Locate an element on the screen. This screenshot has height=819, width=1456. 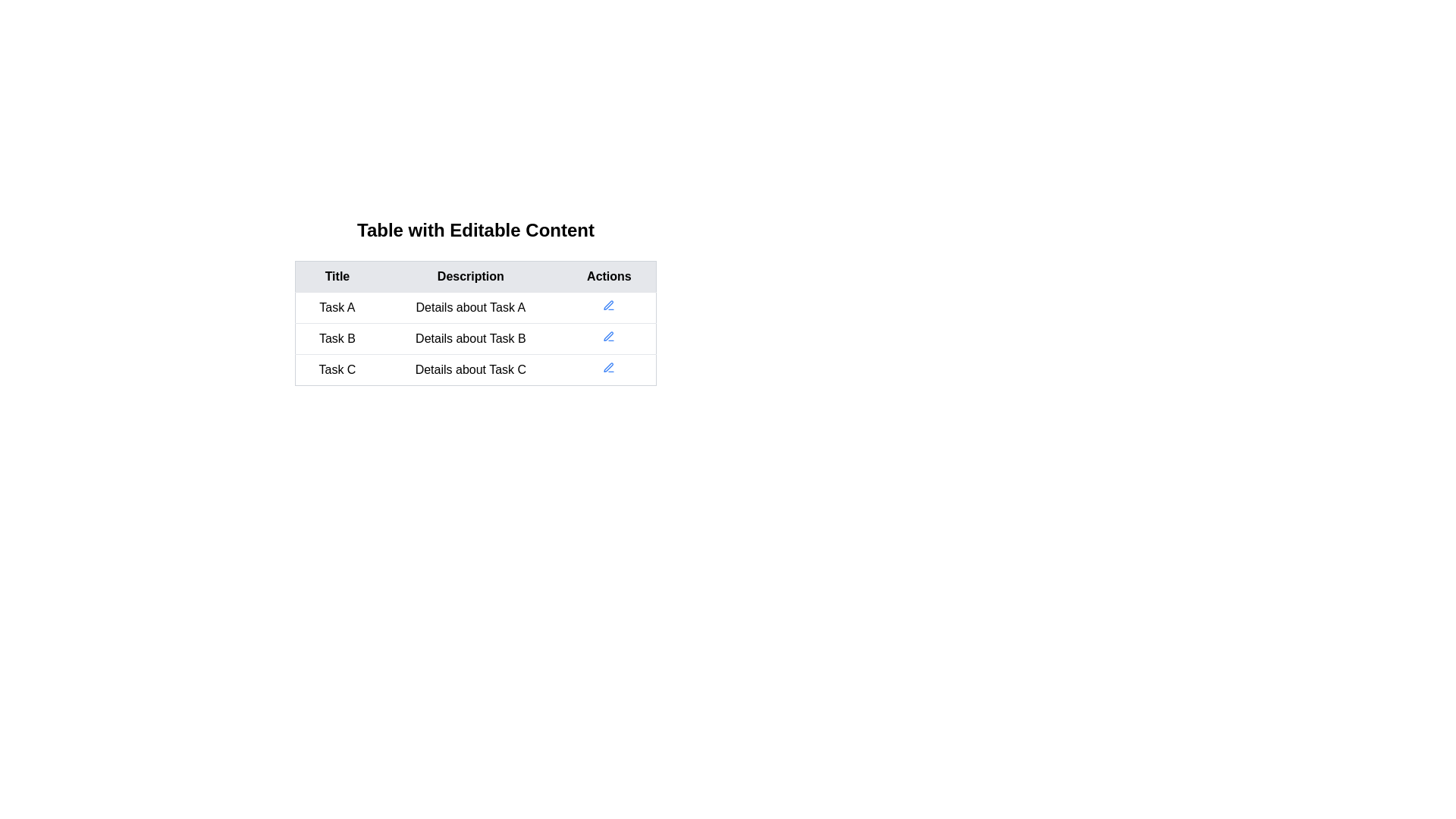
text of the label that displays 'Title', which is a bold black font on a light gray background located in the first column of the header row of the table is located at coordinates (336, 277).